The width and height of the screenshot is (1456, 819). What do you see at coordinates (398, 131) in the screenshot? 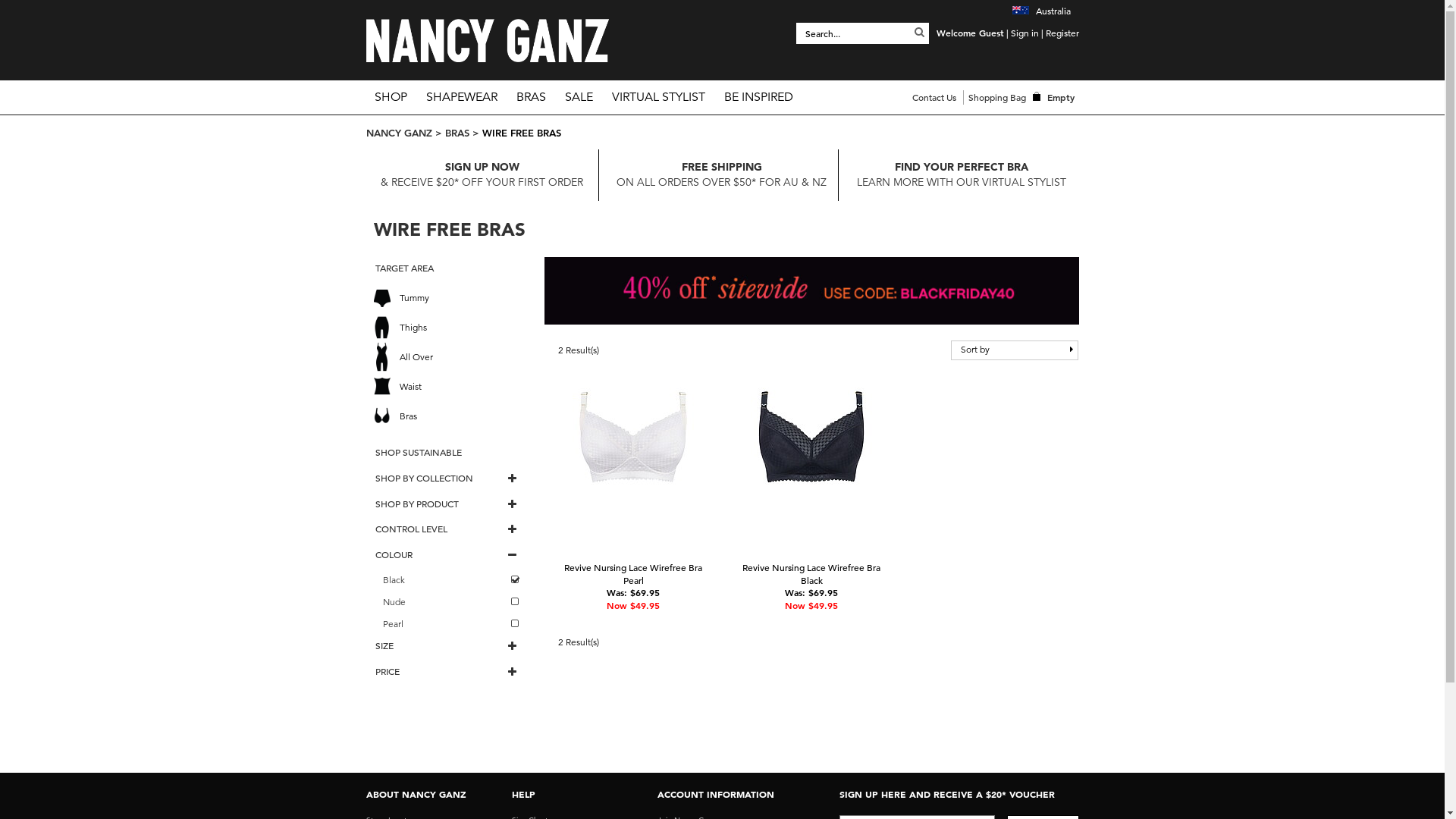
I see `'NANCY GANZ'` at bounding box center [398, 131].